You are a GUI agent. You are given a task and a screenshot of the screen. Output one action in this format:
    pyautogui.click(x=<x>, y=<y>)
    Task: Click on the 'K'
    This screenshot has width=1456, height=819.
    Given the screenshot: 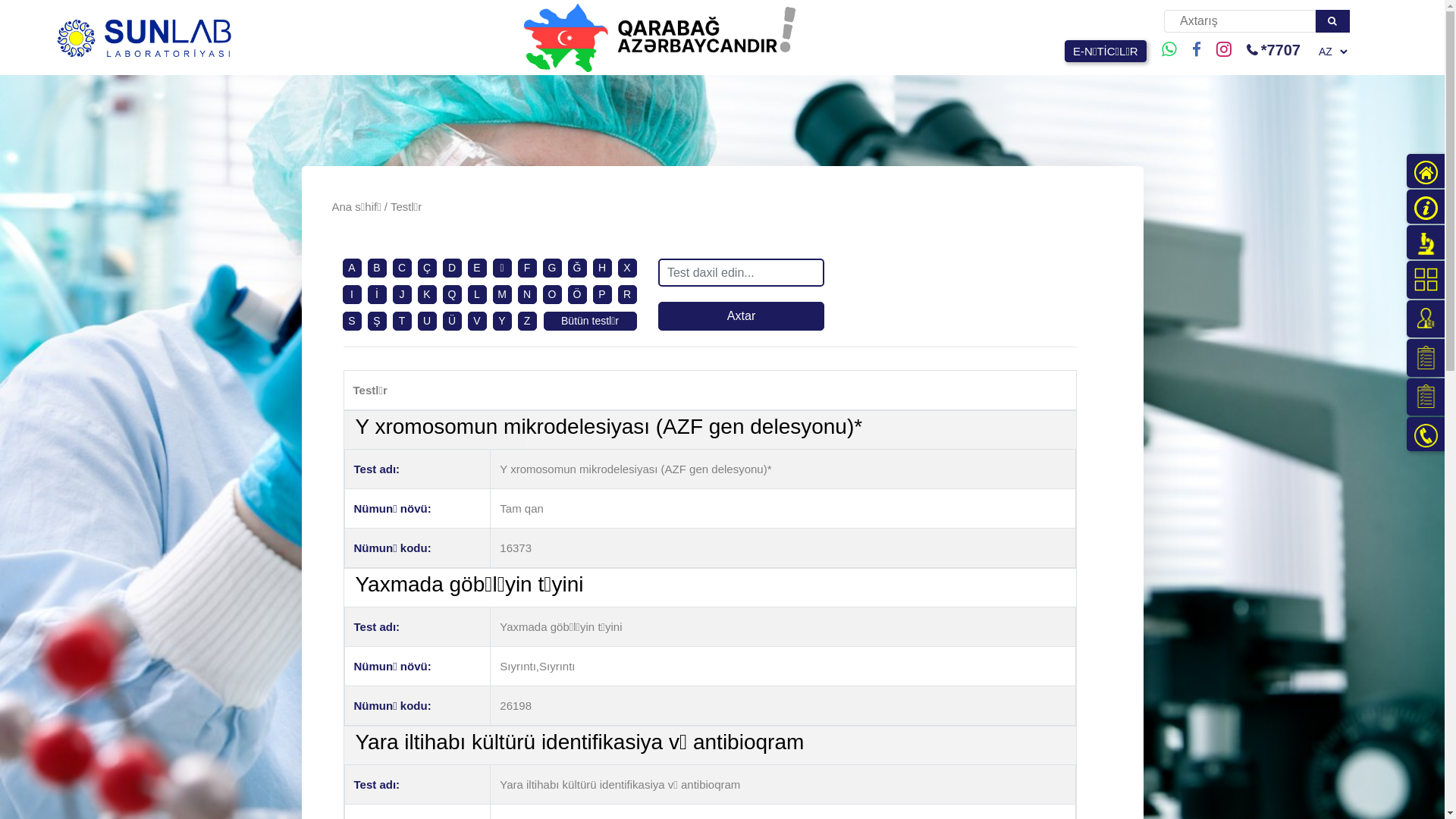 What is the action you would take?
    pyautogui.click(x=422, y=294)
    